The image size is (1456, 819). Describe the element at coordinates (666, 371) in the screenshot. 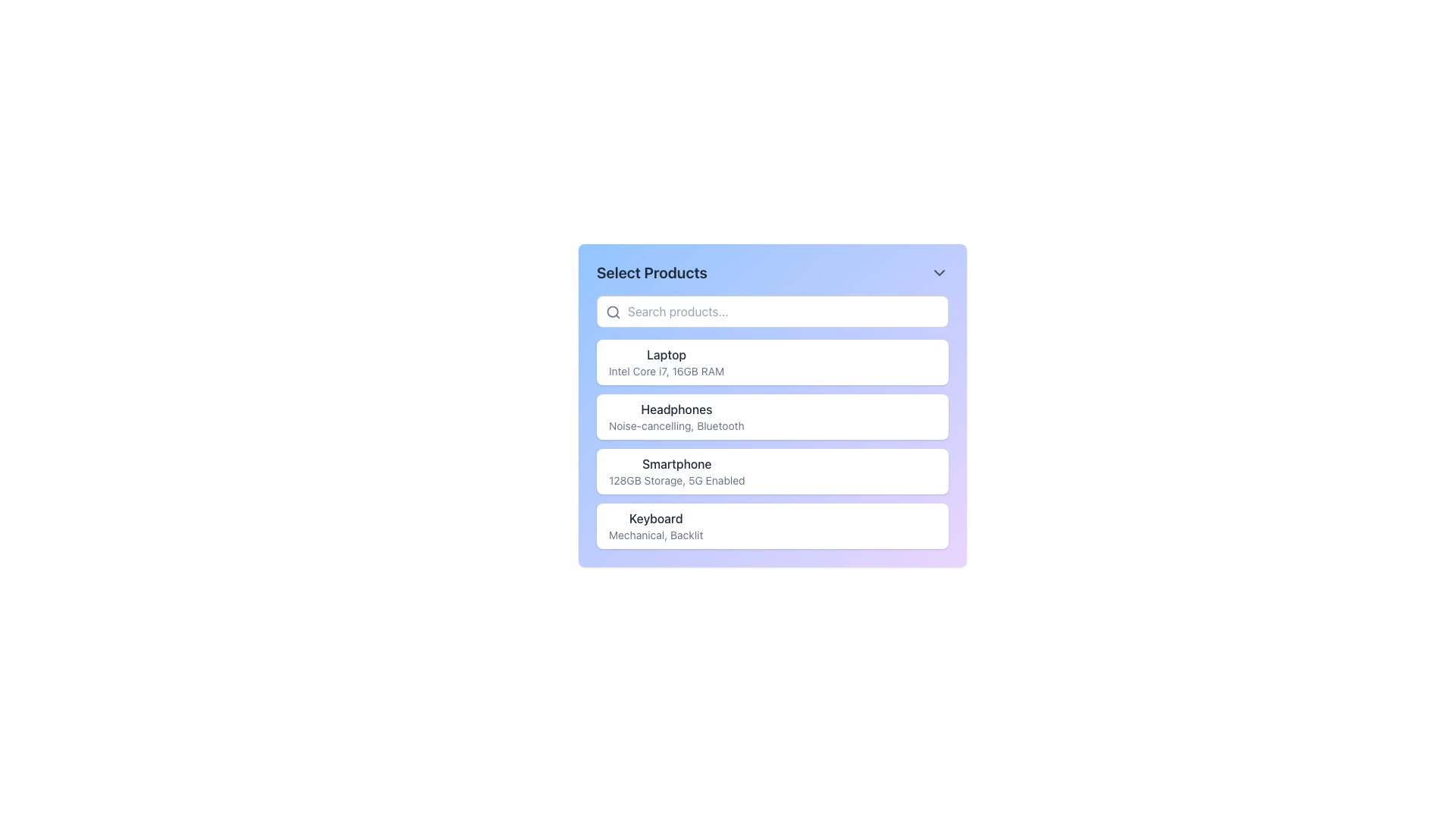

I see `the descriptive text element located below the 'Laptop' title in the first row of the vertically stacked list, which provides technical details about the product` at that location.